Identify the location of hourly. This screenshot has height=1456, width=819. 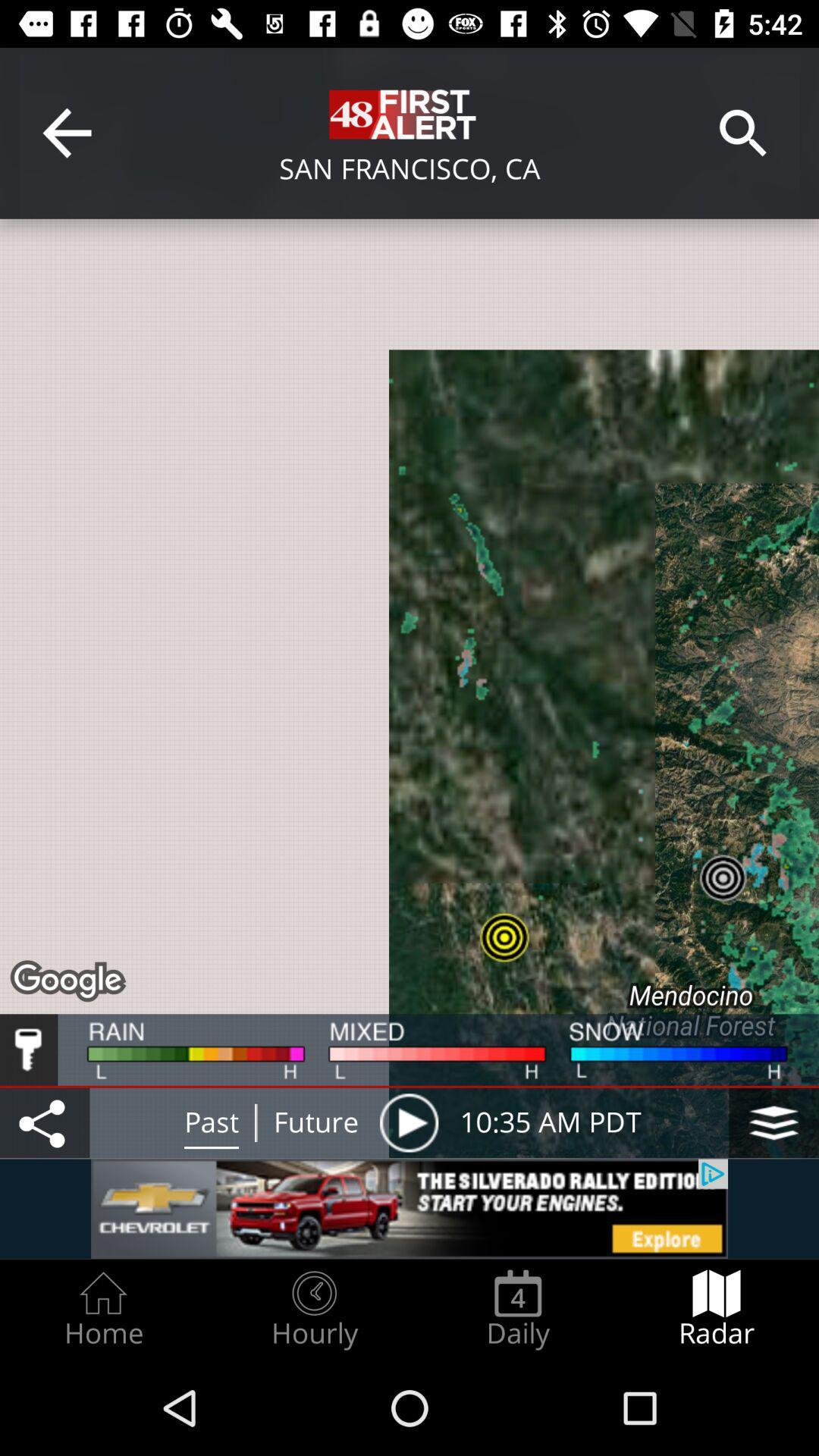
(313, 1309).